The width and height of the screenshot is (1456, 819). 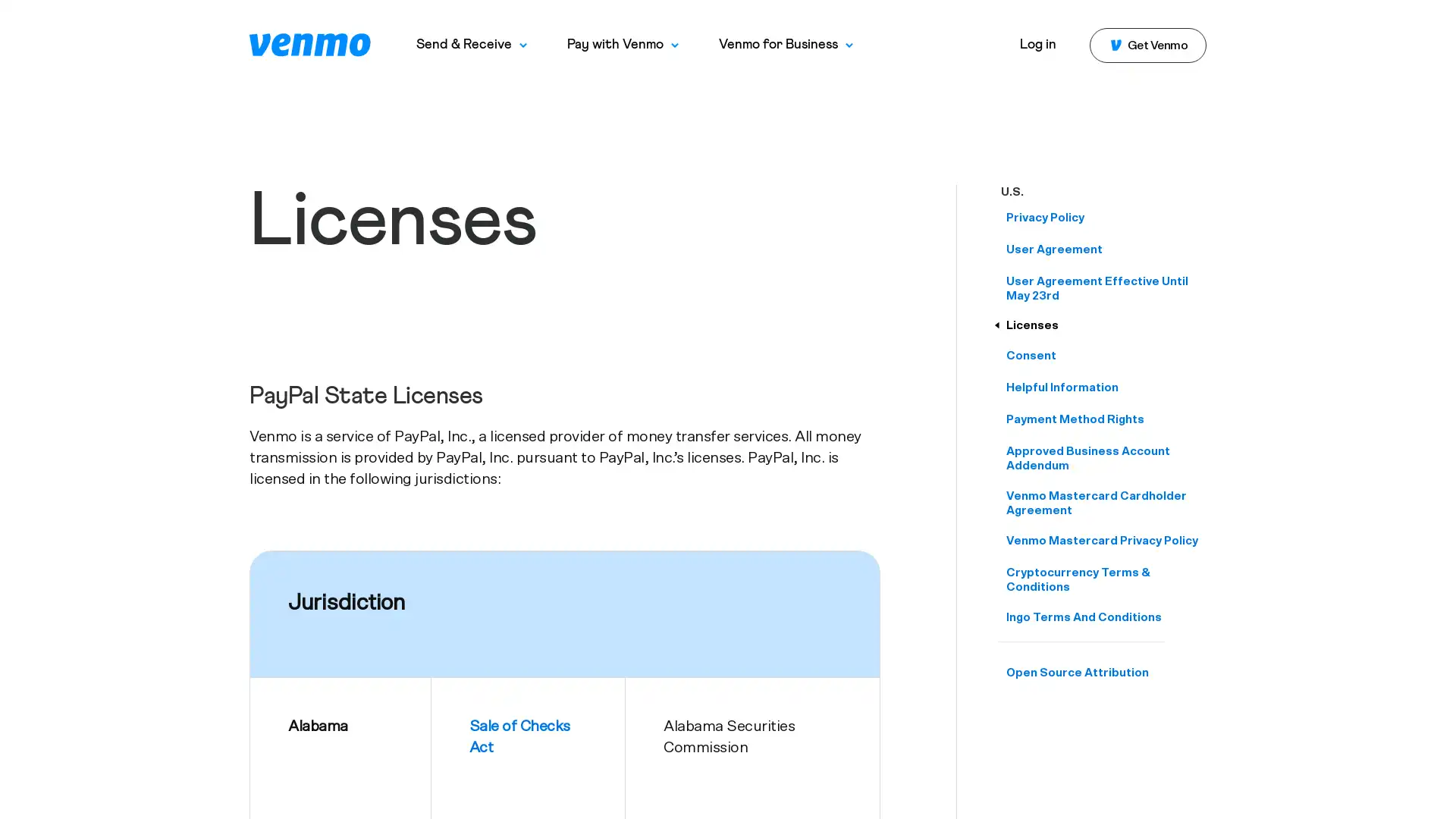 I want to click on Terms tab name - User Agreement Effective Until May 23rd, so click(x=1106, y=289).